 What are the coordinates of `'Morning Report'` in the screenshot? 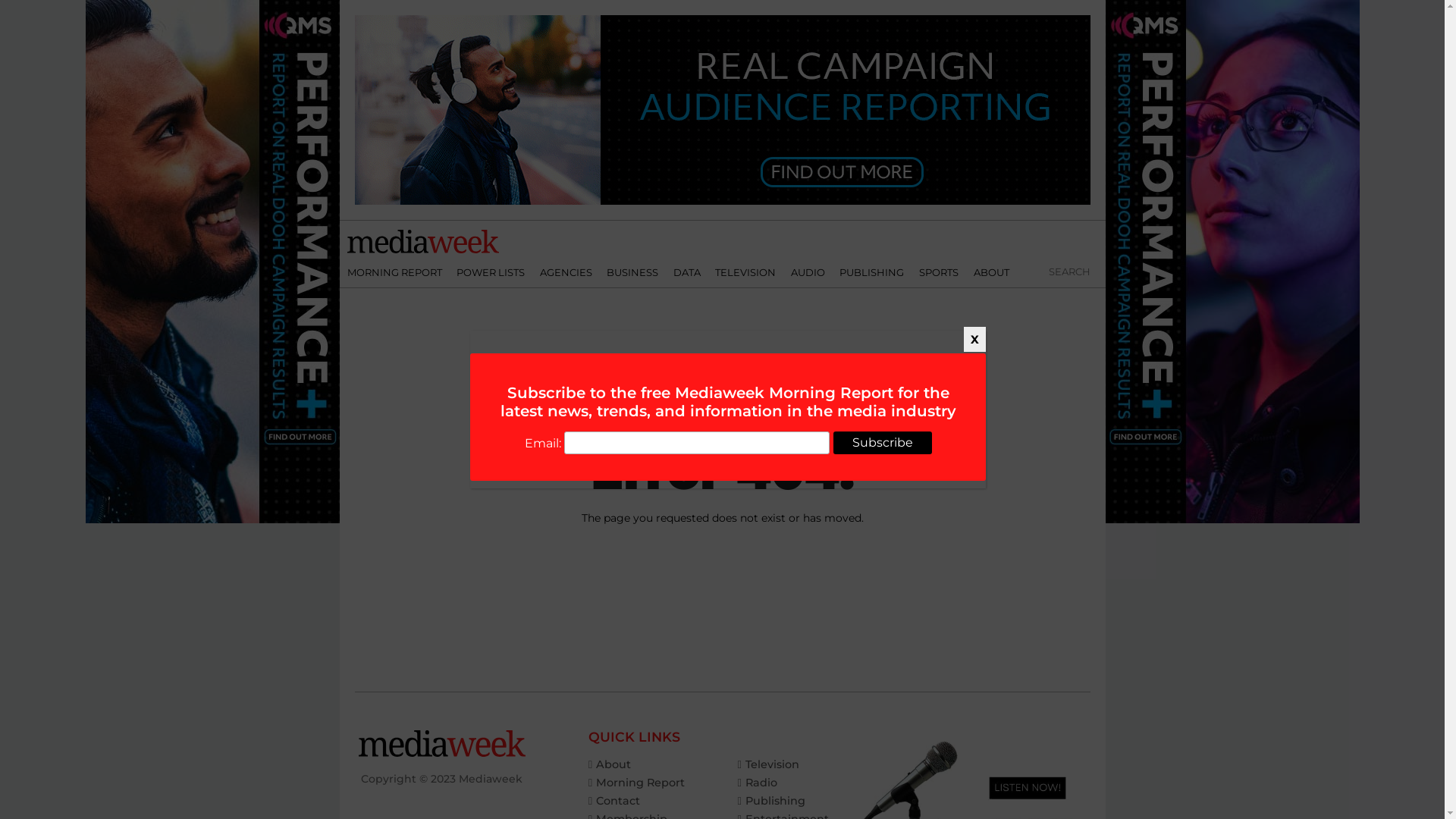 It's located at (636, 783).